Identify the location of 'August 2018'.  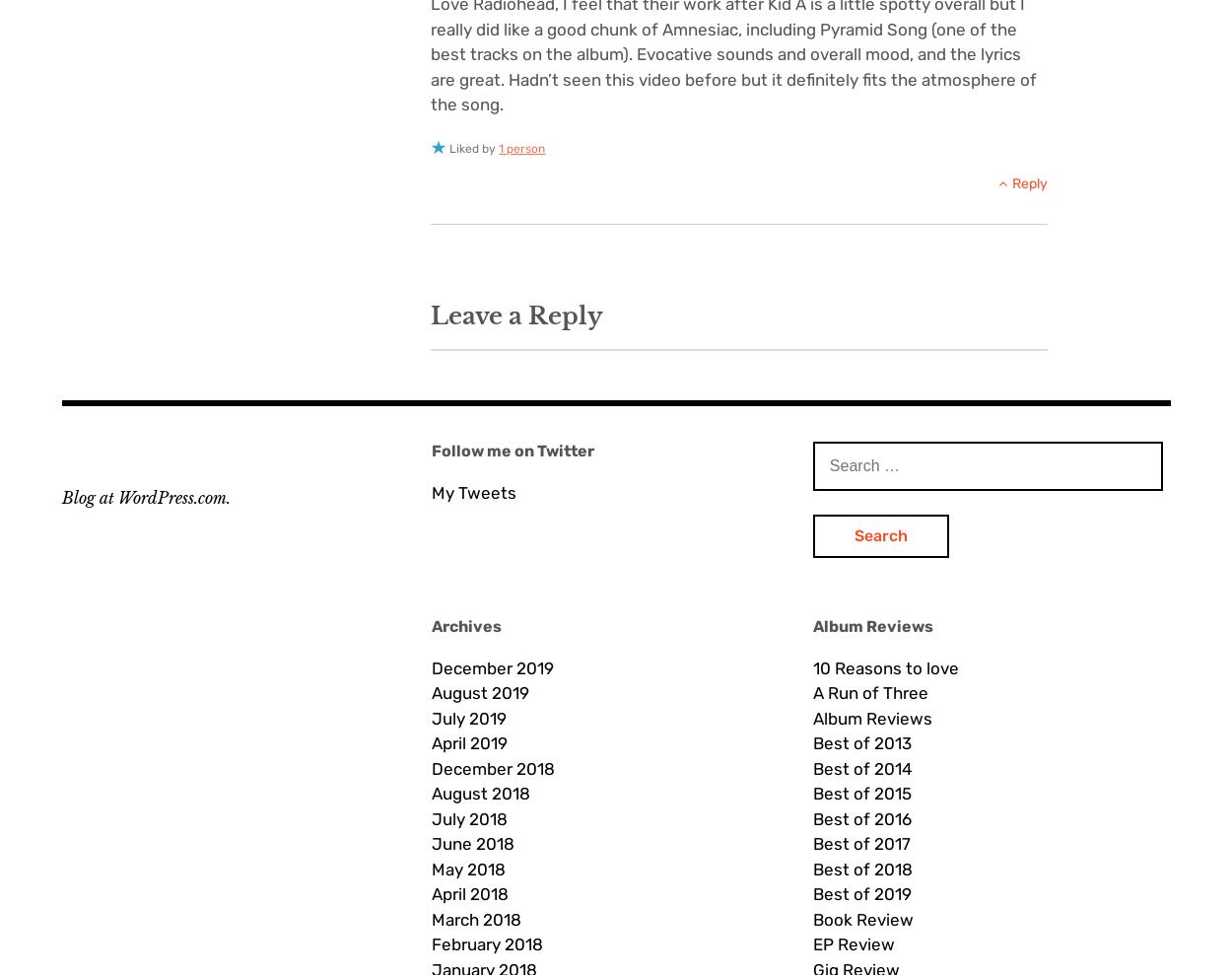
(479, 793).